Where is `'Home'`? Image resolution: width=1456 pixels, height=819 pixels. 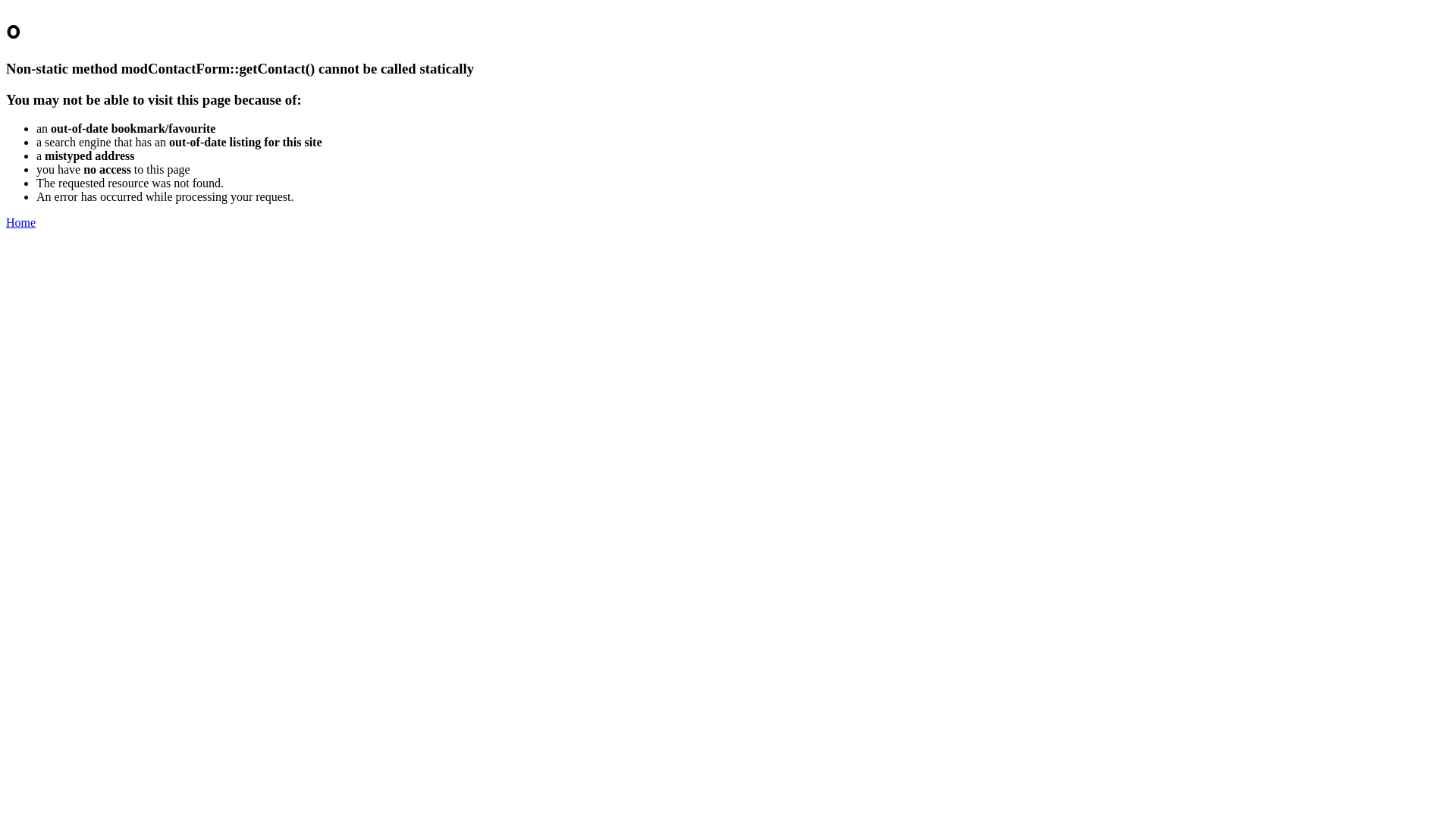
'Home' is located at coordinates (20, 222).